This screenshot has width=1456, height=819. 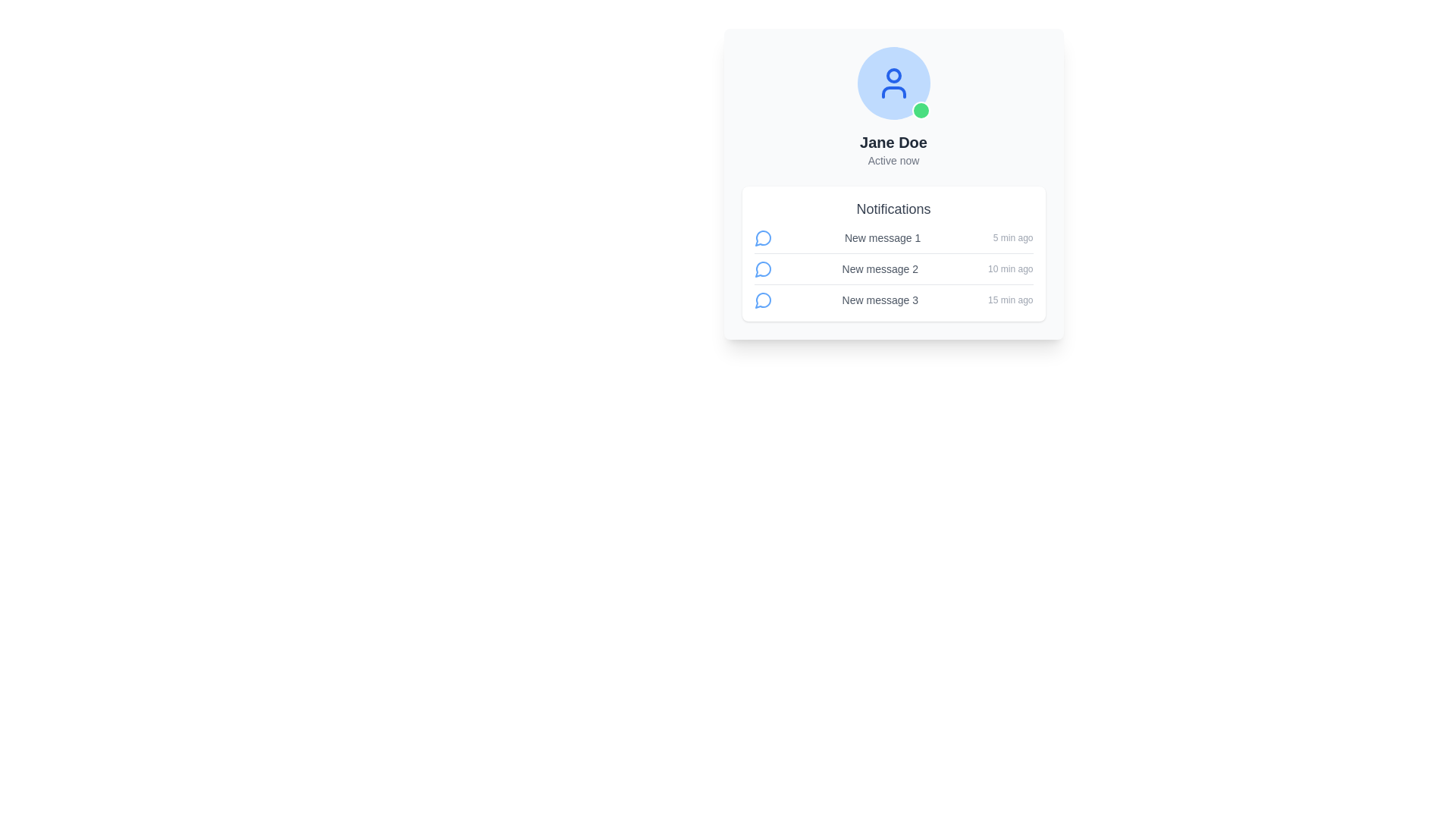 What do you see at coordinates (893, 149) in the screenshot?
I see `the text display showing 'Jane Doe - Active now'` at bounding box center [893, 149].